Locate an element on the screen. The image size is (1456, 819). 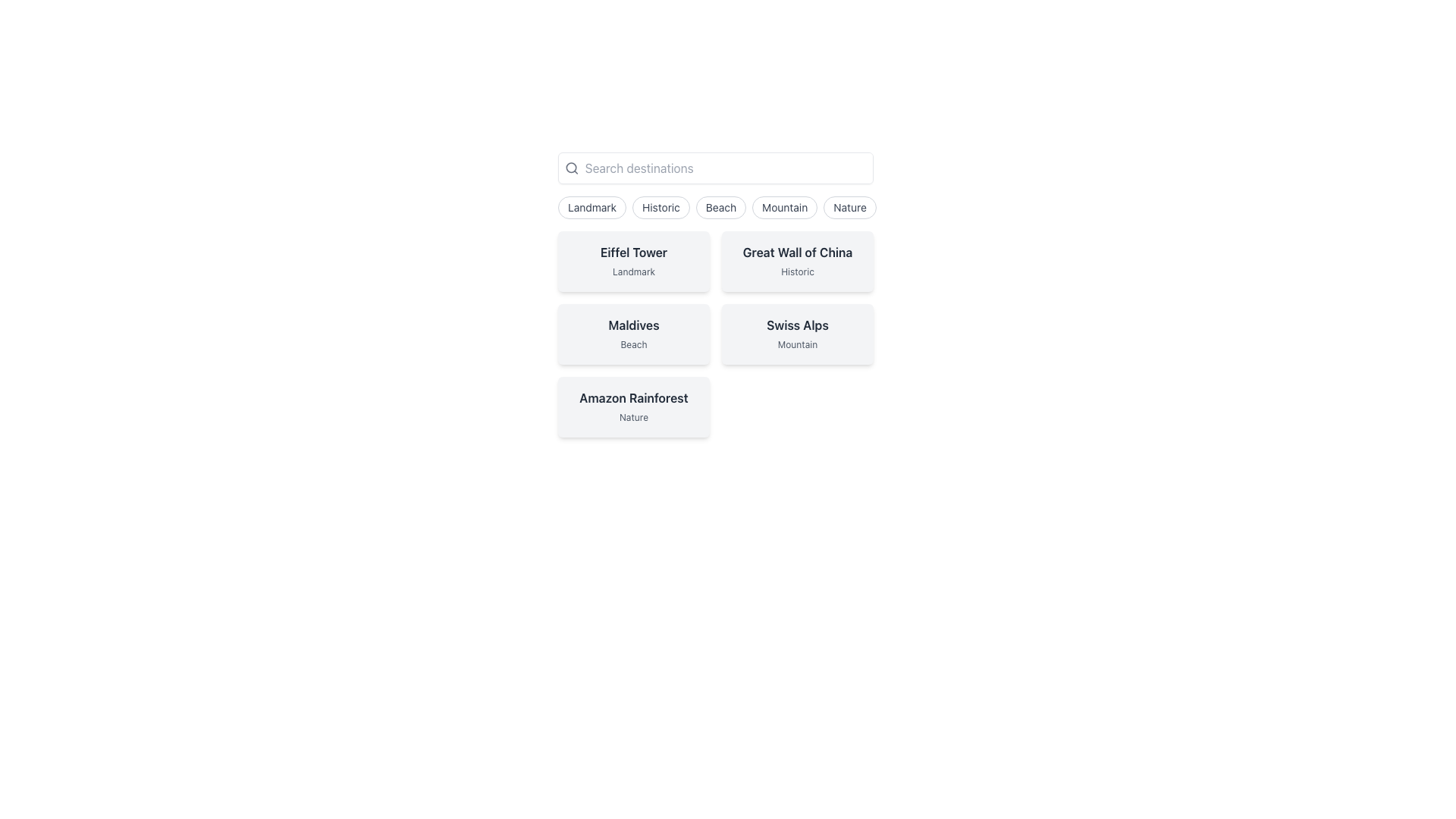
the pill-shaped button labeled 'Nature' with a light gray border and white background is located at coordinates (850, 207).